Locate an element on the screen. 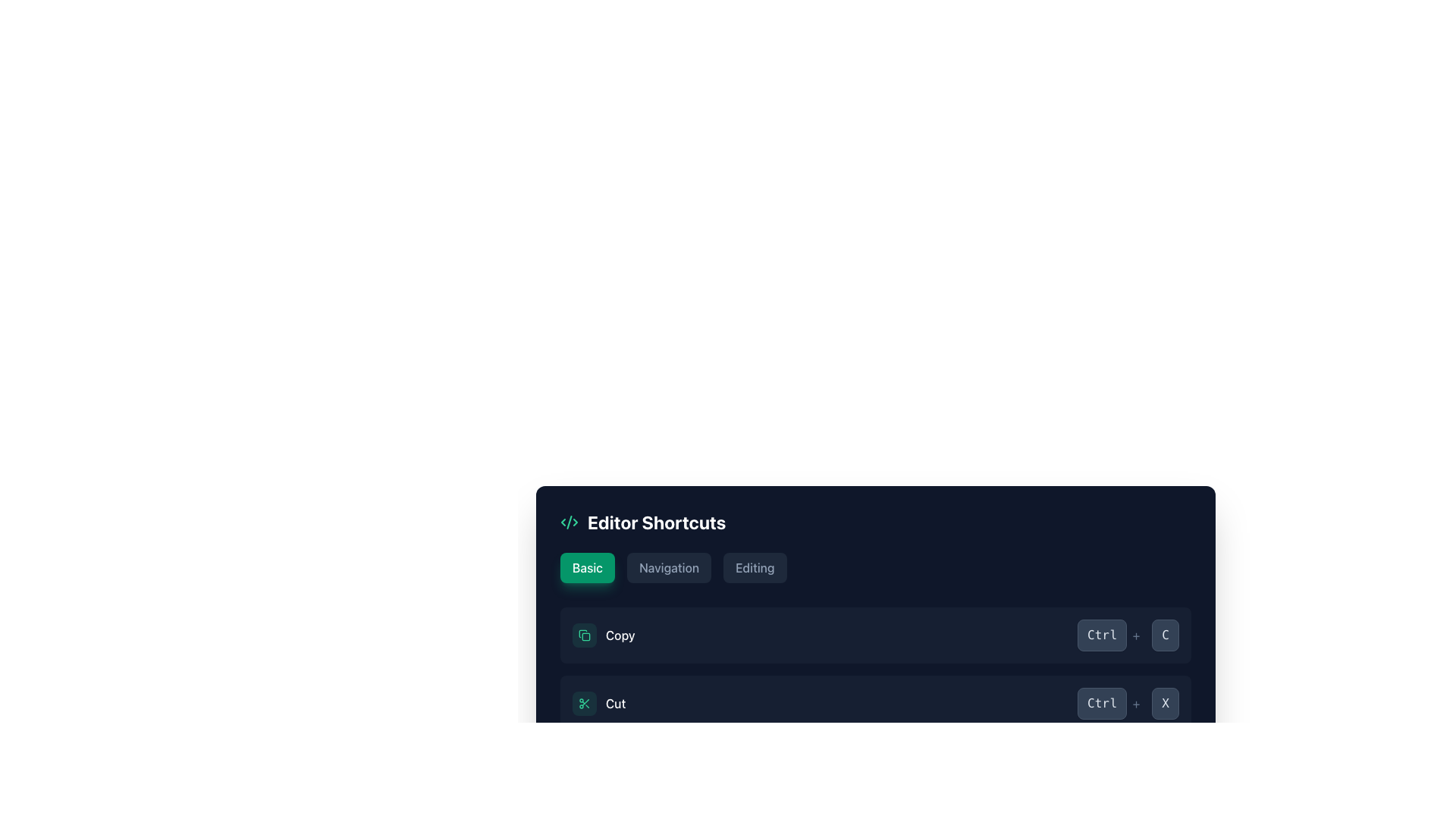 The image size is (1456, 819). the 'Copy' icon button, which is a small square button with a light green border and faint green background located in the 'Editor Shortcuts' section is located at coordinates (584, 635).